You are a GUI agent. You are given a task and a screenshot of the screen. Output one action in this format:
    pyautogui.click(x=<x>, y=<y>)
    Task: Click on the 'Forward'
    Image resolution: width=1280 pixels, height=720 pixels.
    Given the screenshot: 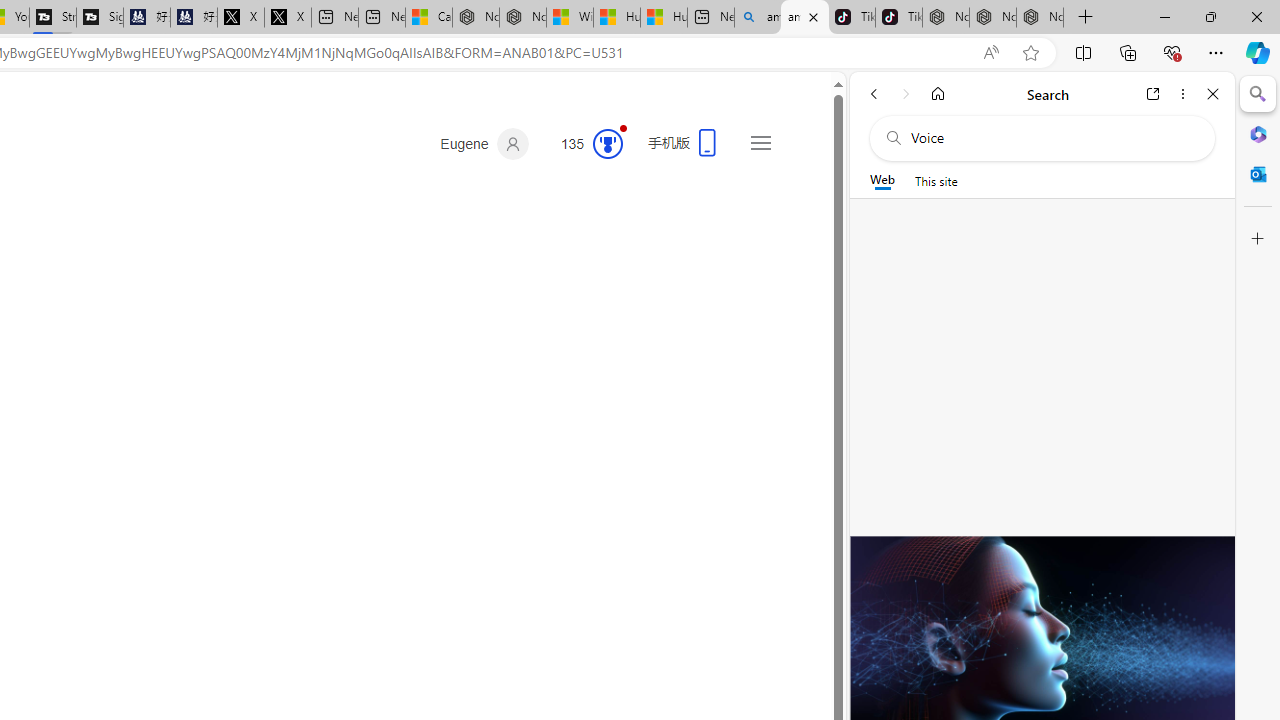 What is the action you would take?
    pyautogui.click(x=905, y=93)
    